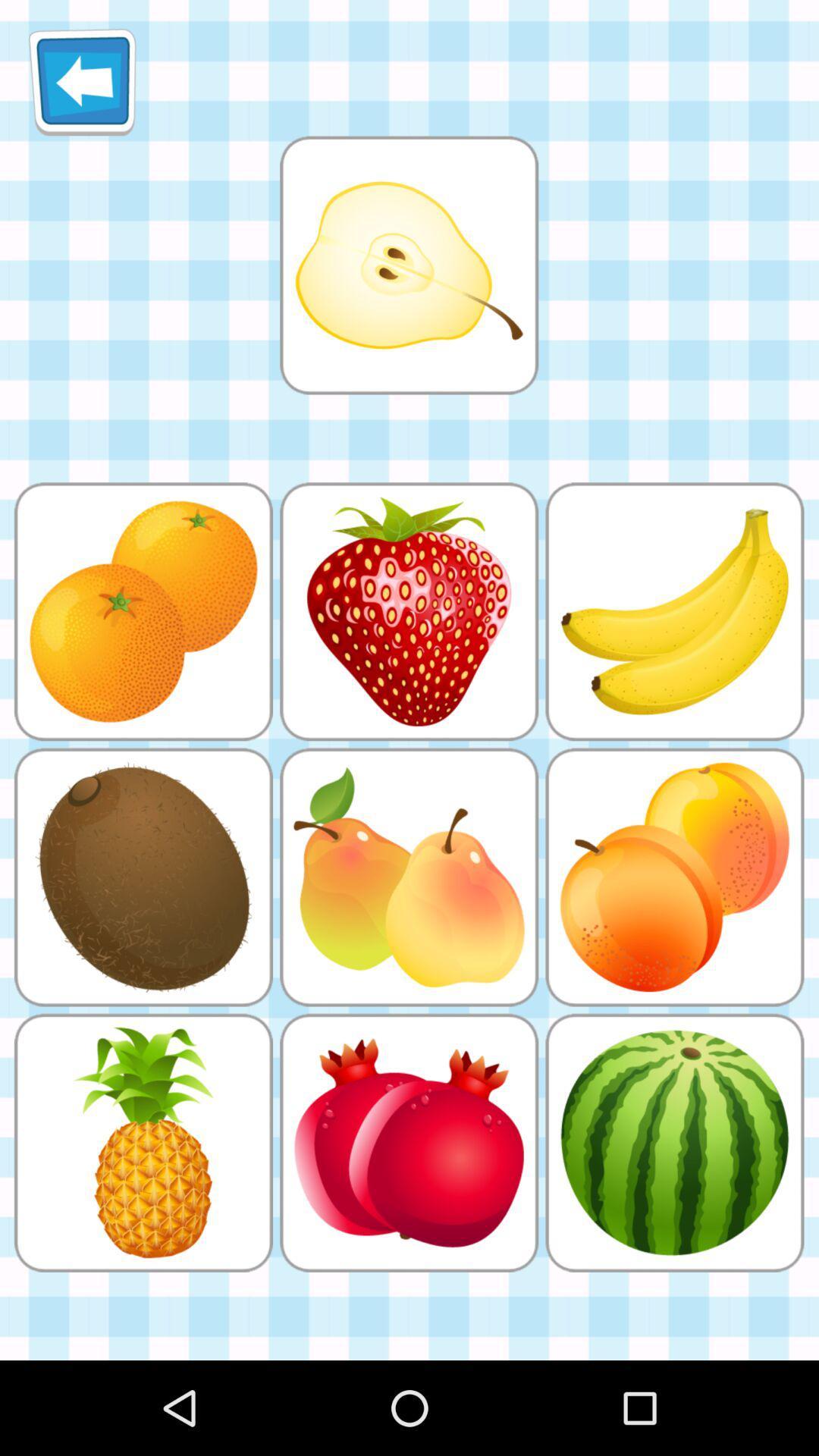 This screenshot has width=819, height=1456. What do you see at coordinates (408, 265) in the screenshot?
I see `click top middle pear` at bounding box center [408, 265].